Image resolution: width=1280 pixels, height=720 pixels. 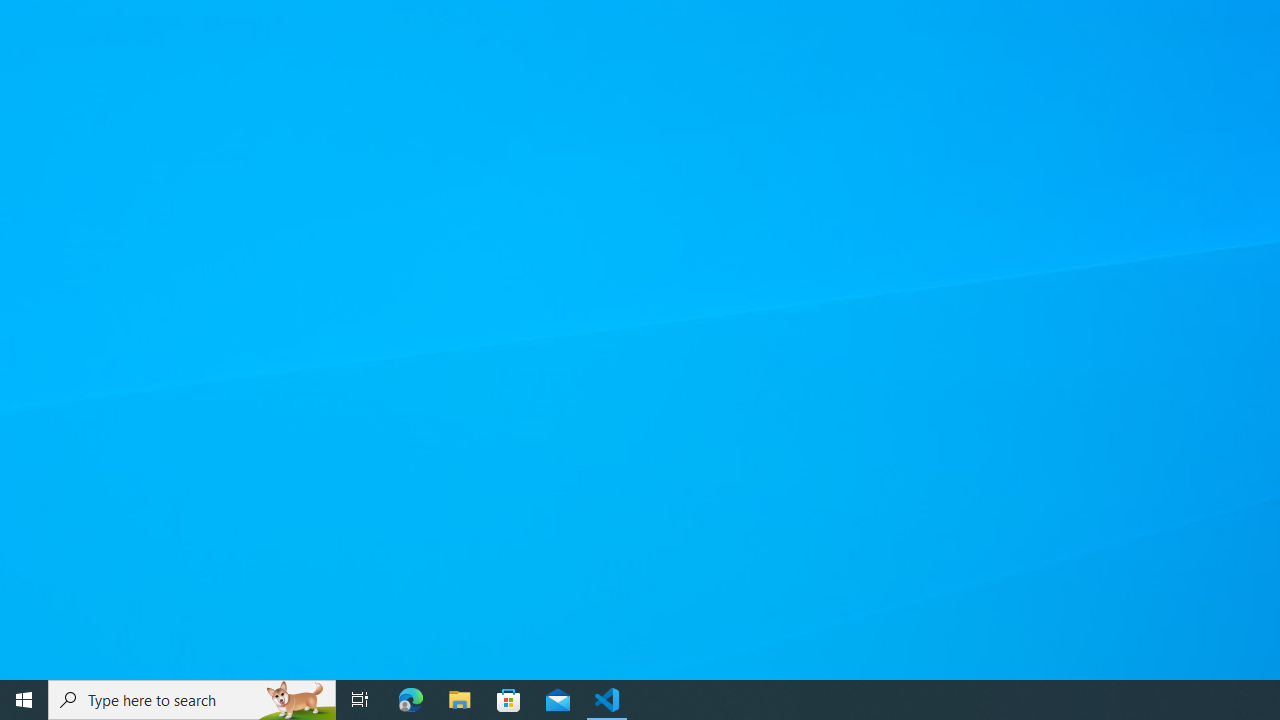 What do you see at coordinates (606, 698) in the screenshot?
I see `'Visual Studio Code - 1 running window'` at bounding box center [606, 698].